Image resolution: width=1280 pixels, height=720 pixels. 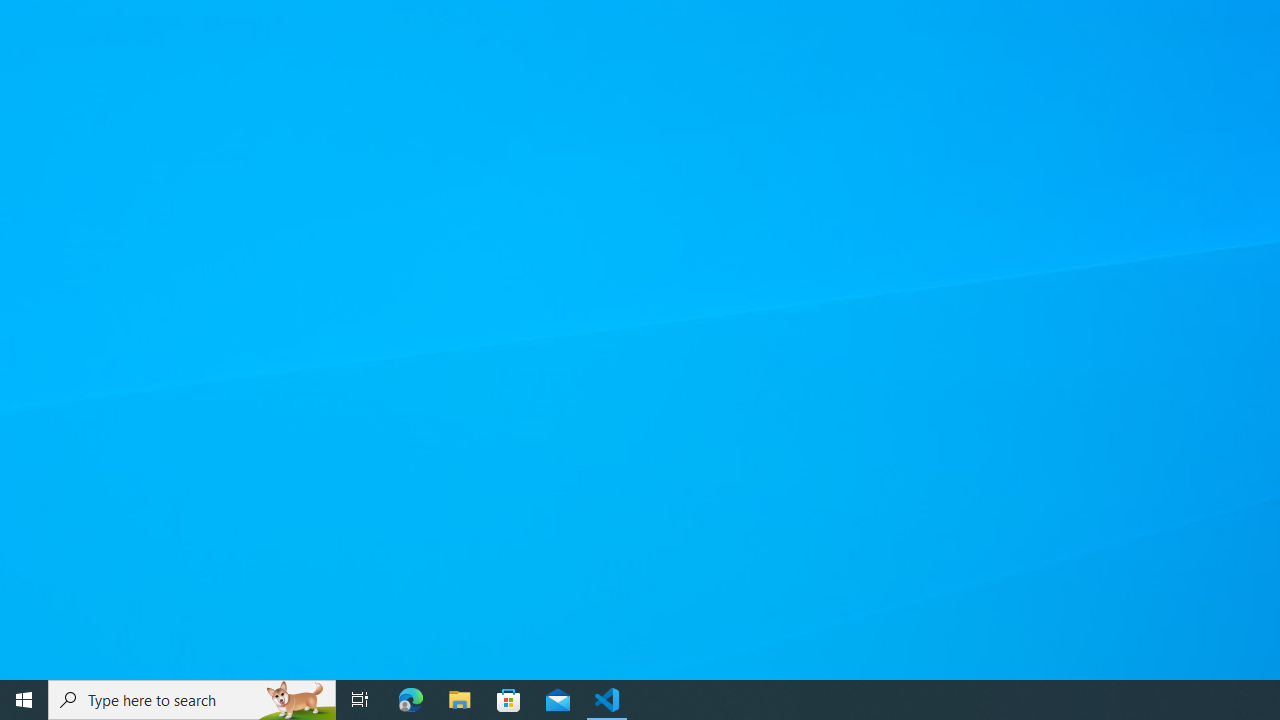 What do you see at coordinates (606, 698) in the screenshot?
I see `'Visual Studio Code - 1 running window'` at bounding box center [606, 698].